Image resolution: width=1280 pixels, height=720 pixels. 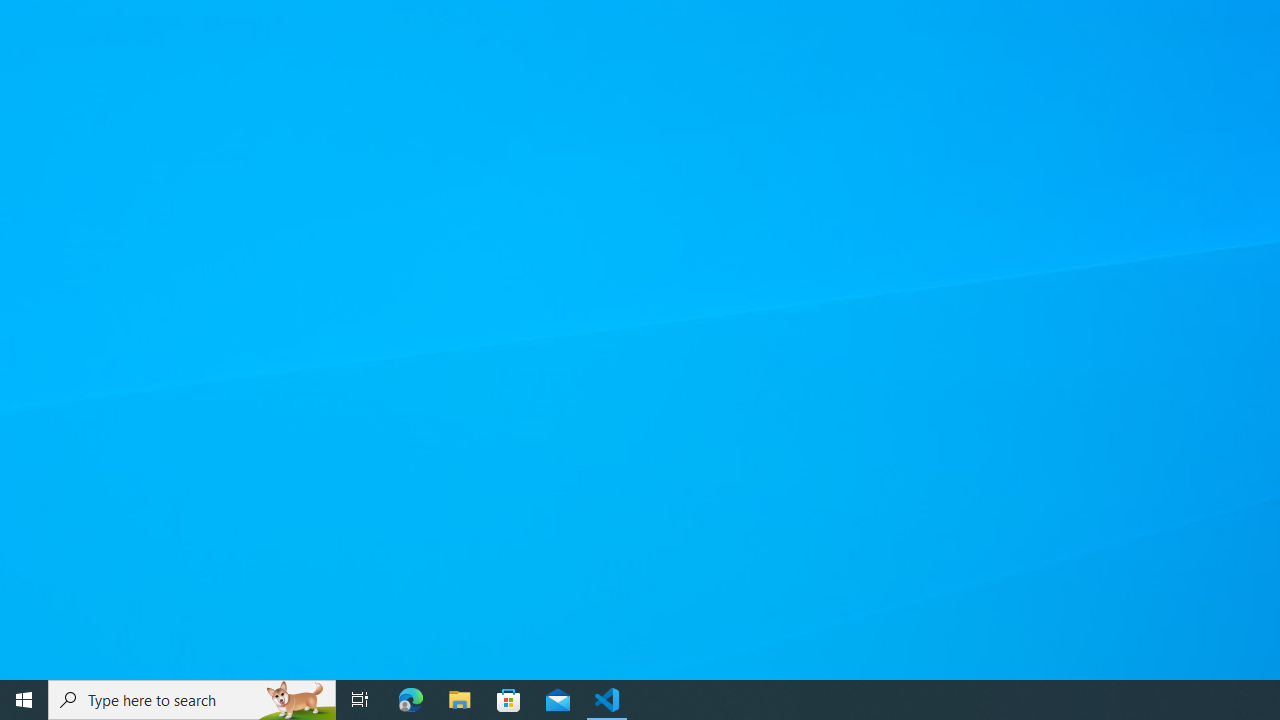 What do you see at coordinates (606, 698) in the screenshot?
I see `'Visual Studio Code - 1 running window'` at bounding box center [606, 698].